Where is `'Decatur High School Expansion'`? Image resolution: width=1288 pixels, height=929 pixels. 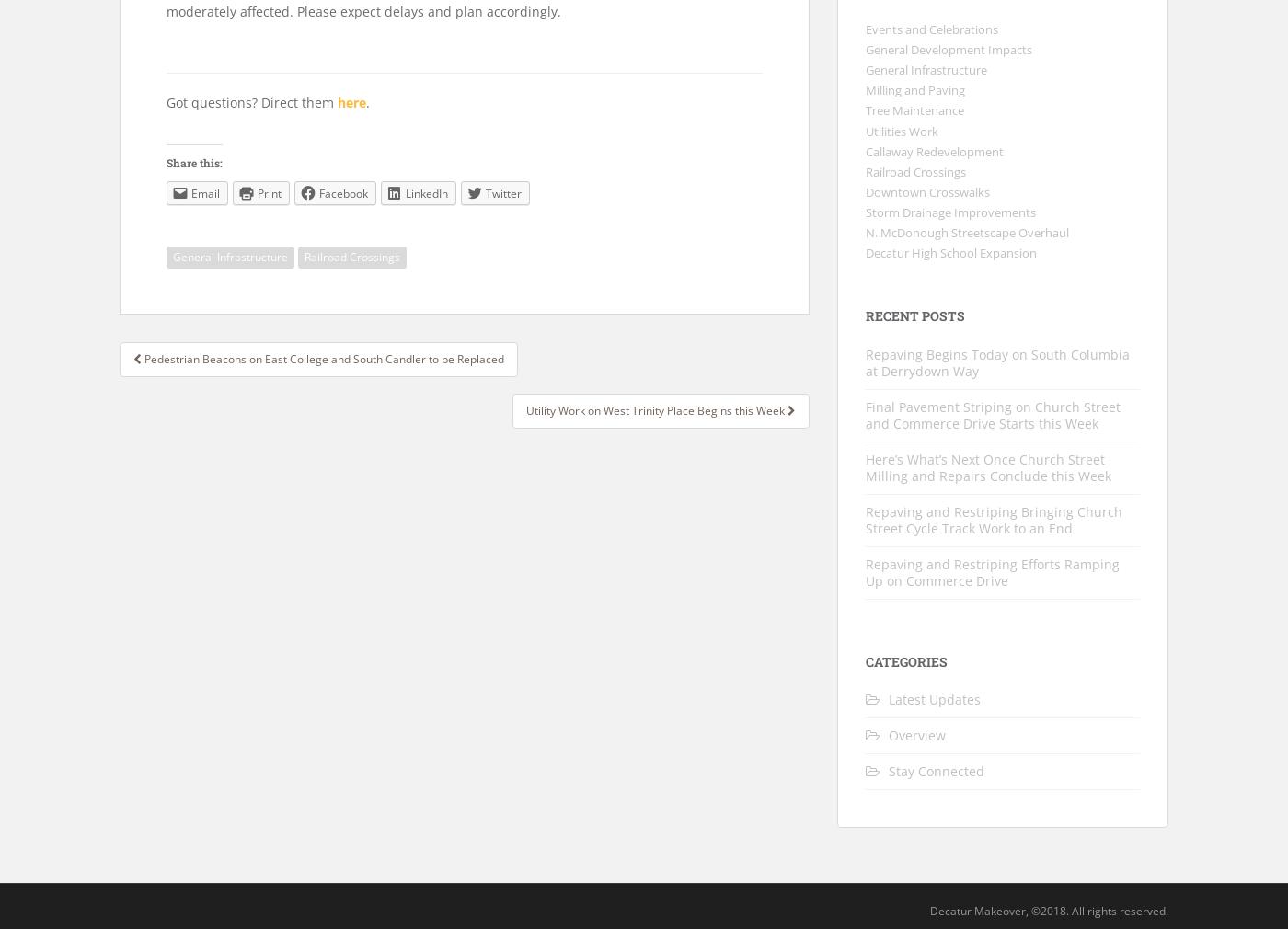
'Decatur High School Expansion' is located at coordinates (951, 253).